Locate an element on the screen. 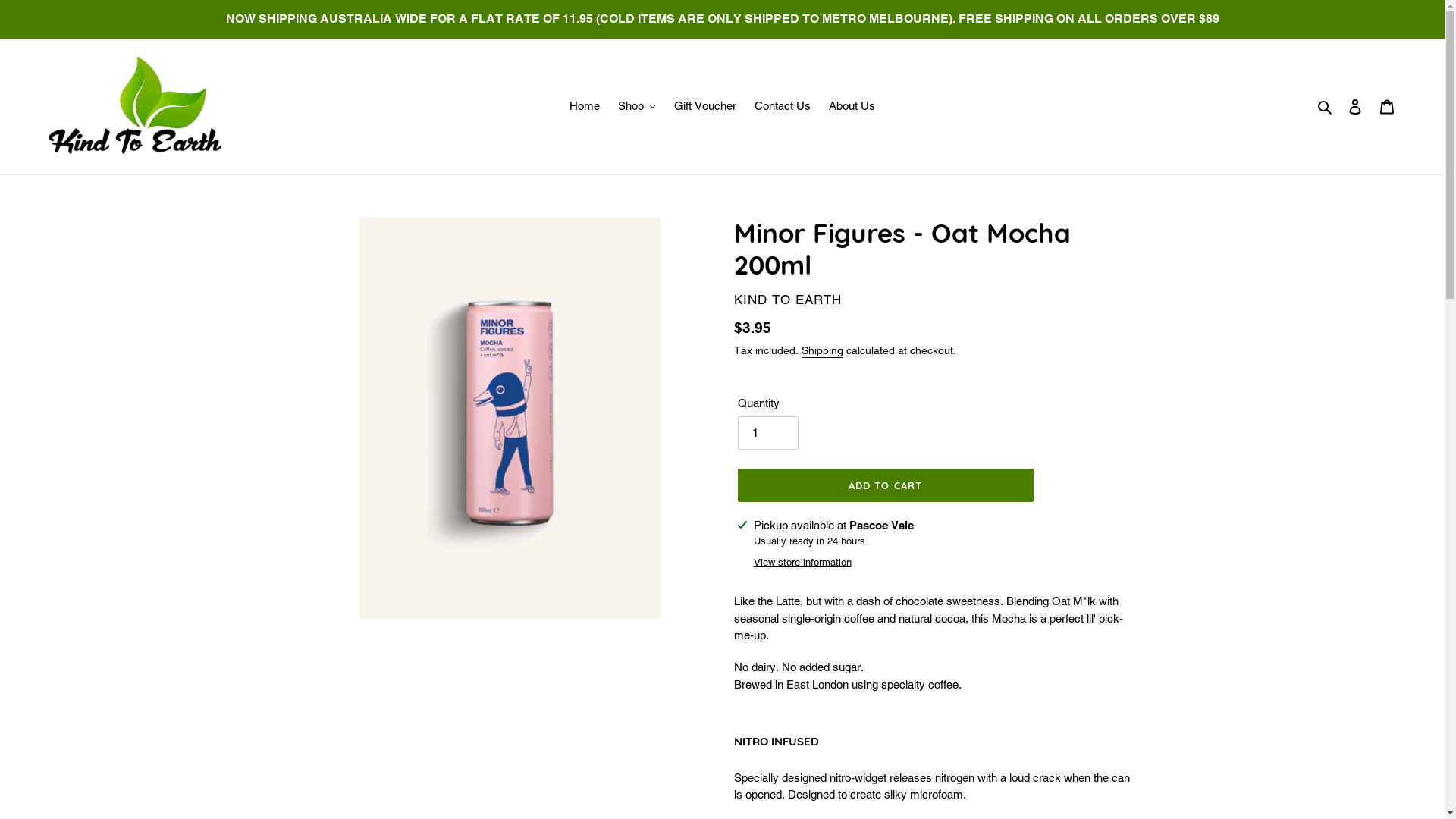  'About Us' is located at coordinates (852, 105).